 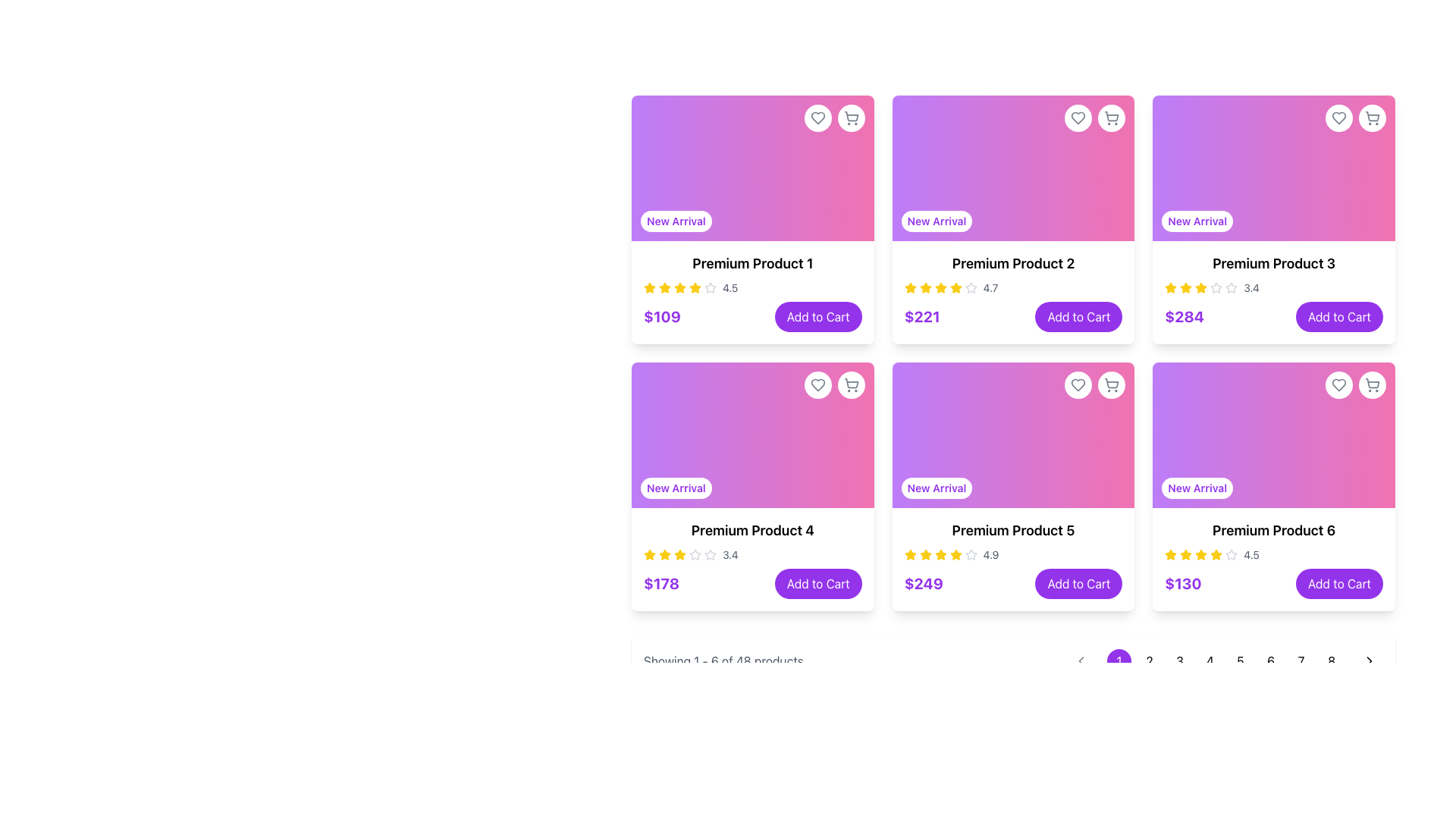 I want to click on the fifth star icon representing the rating value in the 'Premium Product 6' card, located at the bottom-right corner of the grid, so click(x=1170, y=554).